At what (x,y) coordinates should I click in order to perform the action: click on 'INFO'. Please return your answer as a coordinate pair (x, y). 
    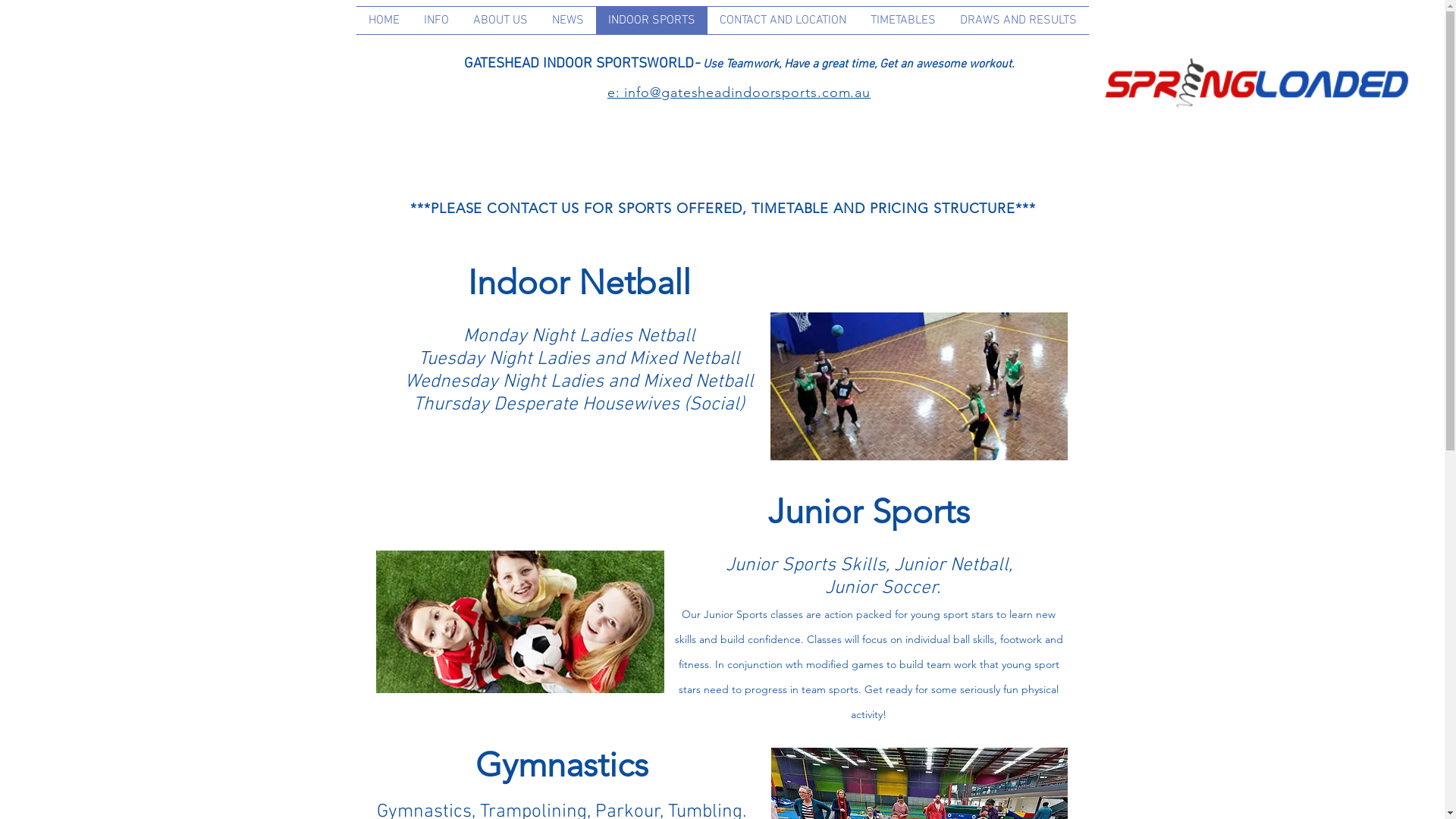
    Looking at the image, I should click on (435, 20).